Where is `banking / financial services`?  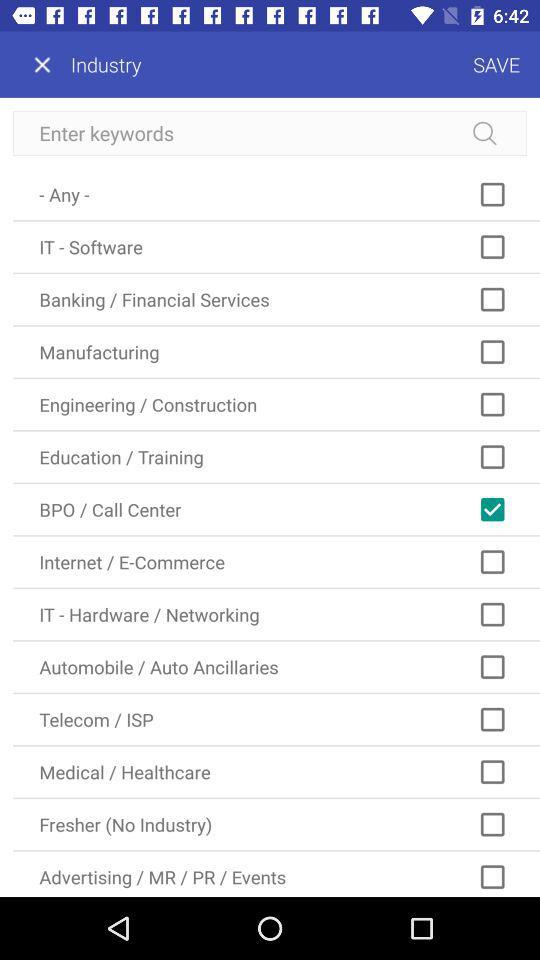
banking / financial services is located at coordinates (275, 298).